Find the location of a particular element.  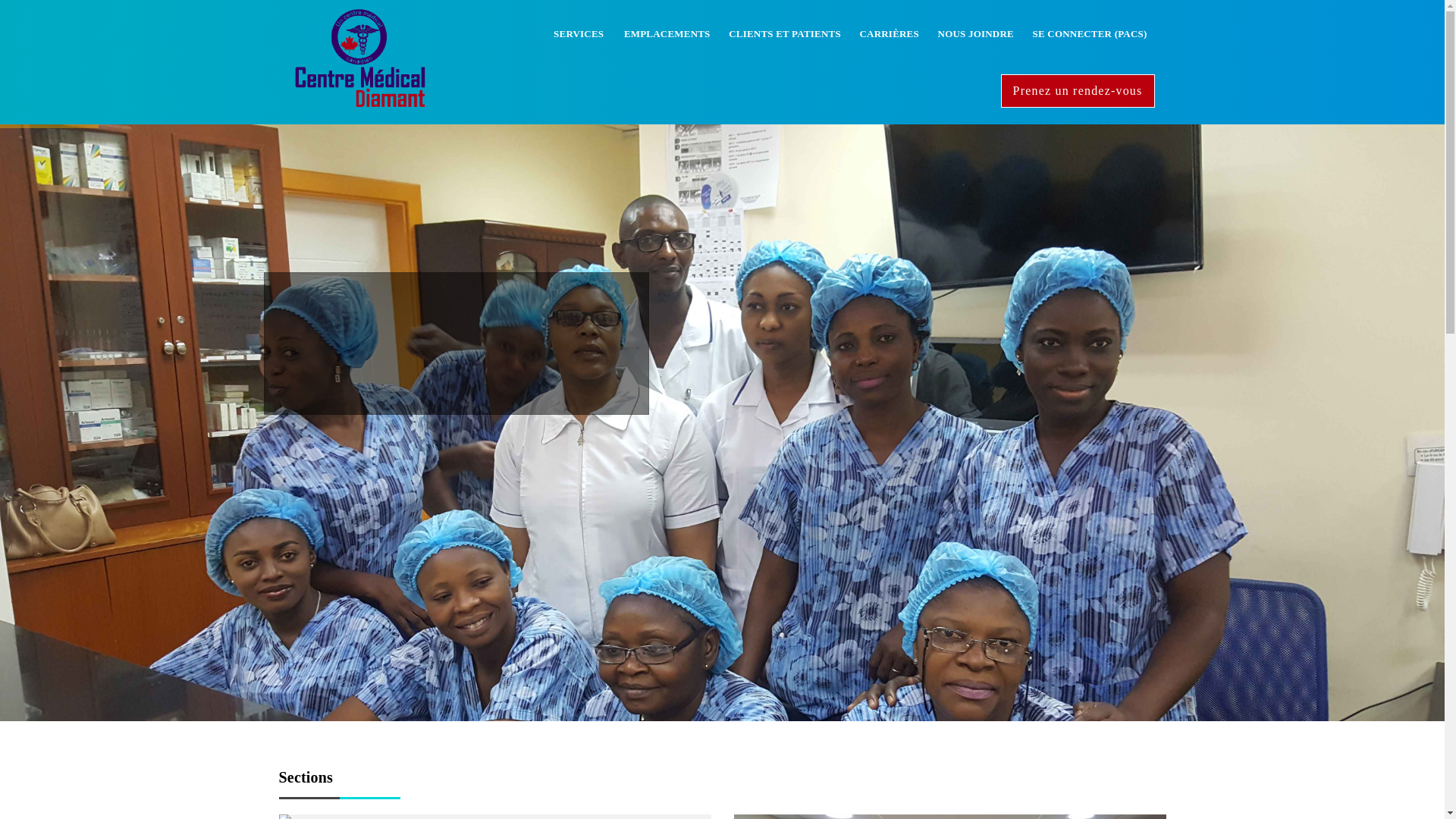

'SERVICES' is located at coordinates (544, 34).